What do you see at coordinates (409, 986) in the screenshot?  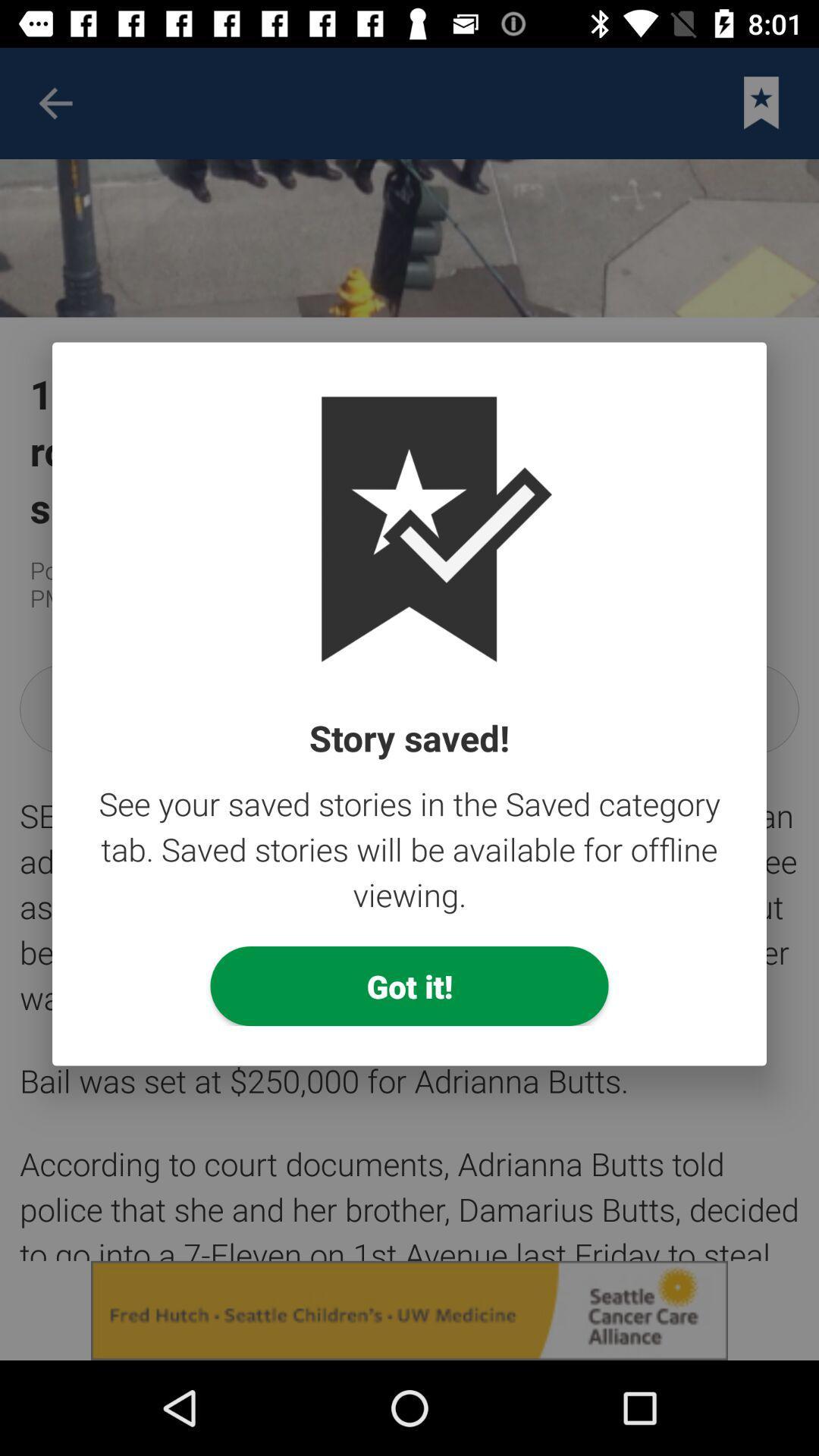 I see `the got it!` at bounding box center [409, 986].